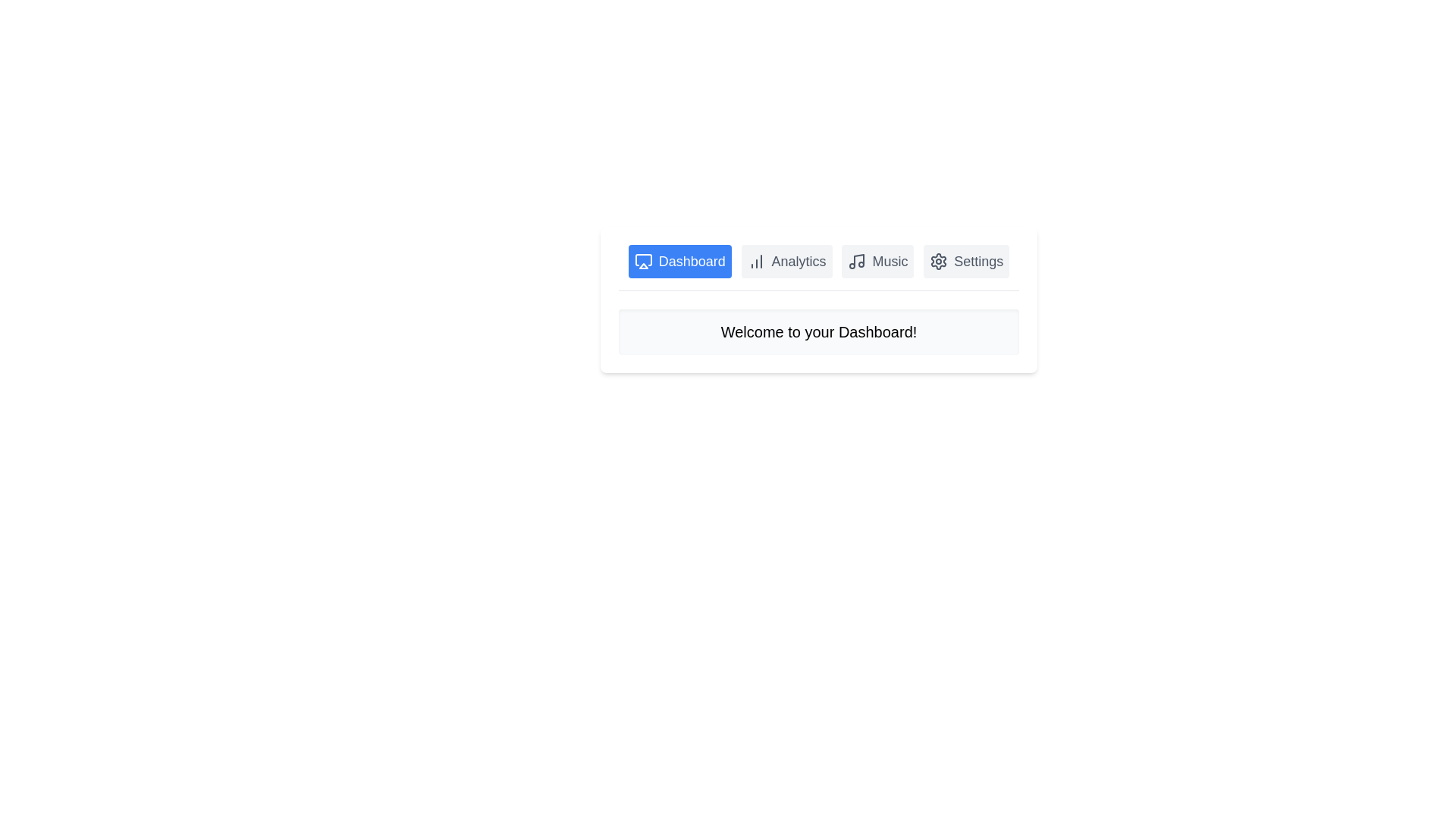 This screenshot has width=1456, height=819. What do you see at coordinates (818, 331) in the screenshot?
I see `the static welcoming message located directly beneath the navigation bar on the dashboard` at bounding box center [818, 331].